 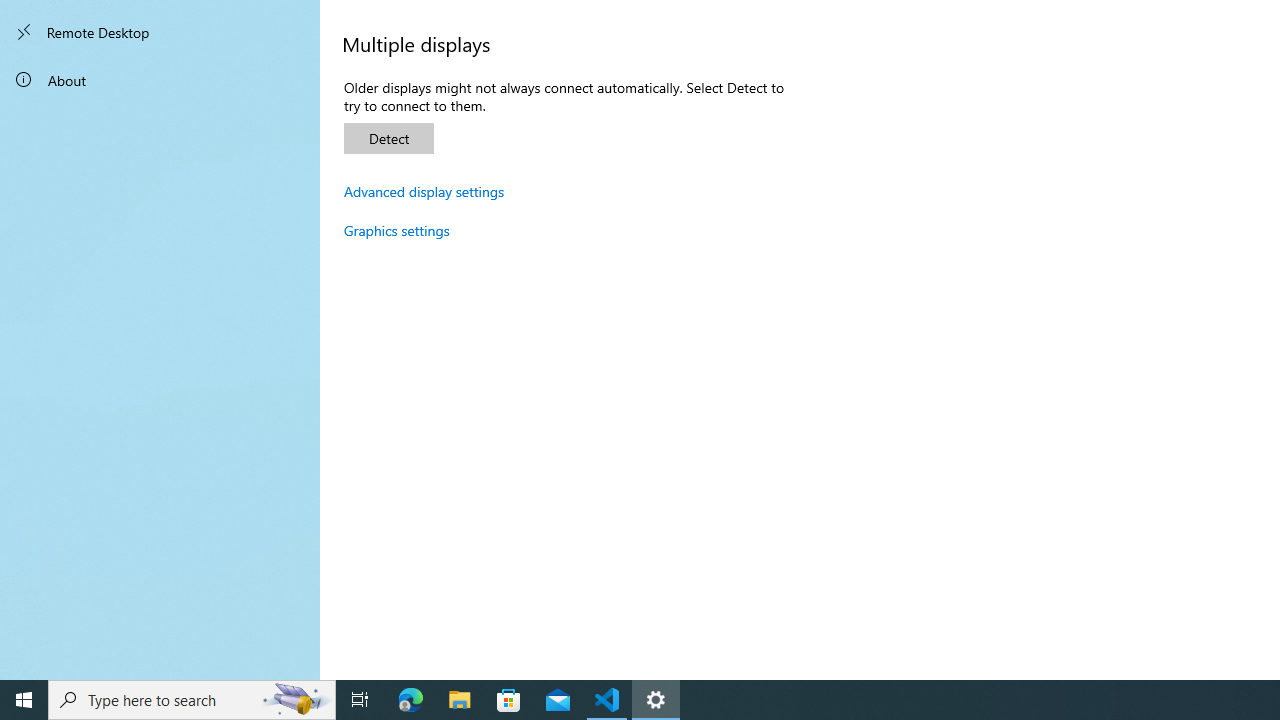 I want to click on 'About', so click(x=160, y=78).